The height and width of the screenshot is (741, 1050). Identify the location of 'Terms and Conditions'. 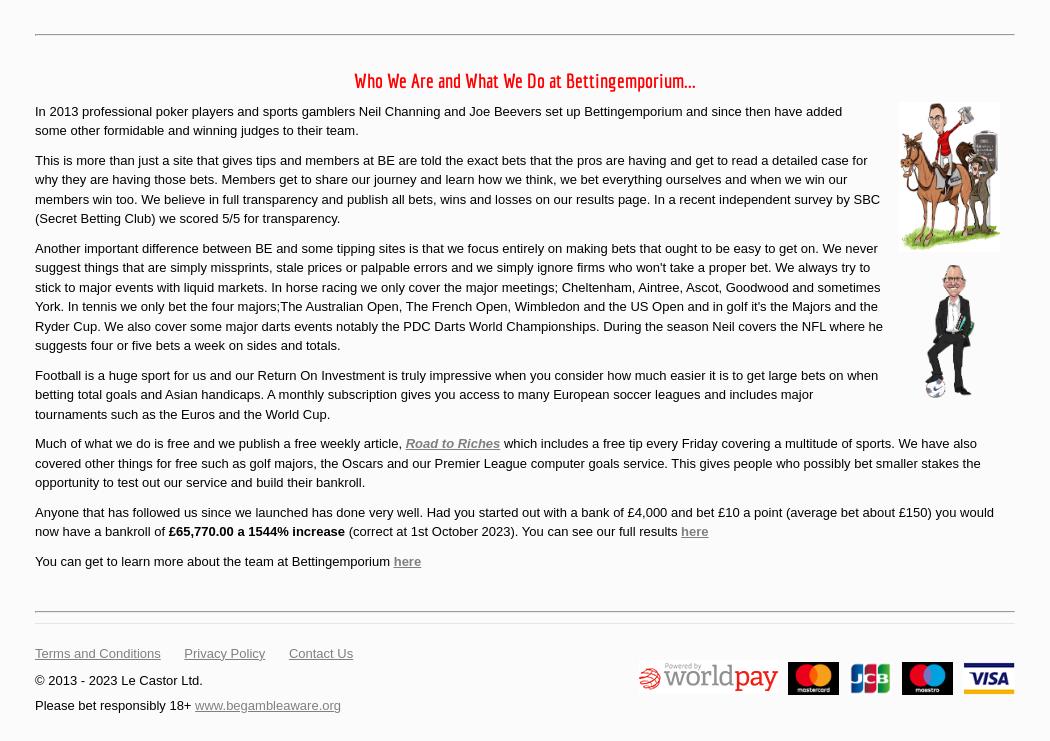
(97, 651).